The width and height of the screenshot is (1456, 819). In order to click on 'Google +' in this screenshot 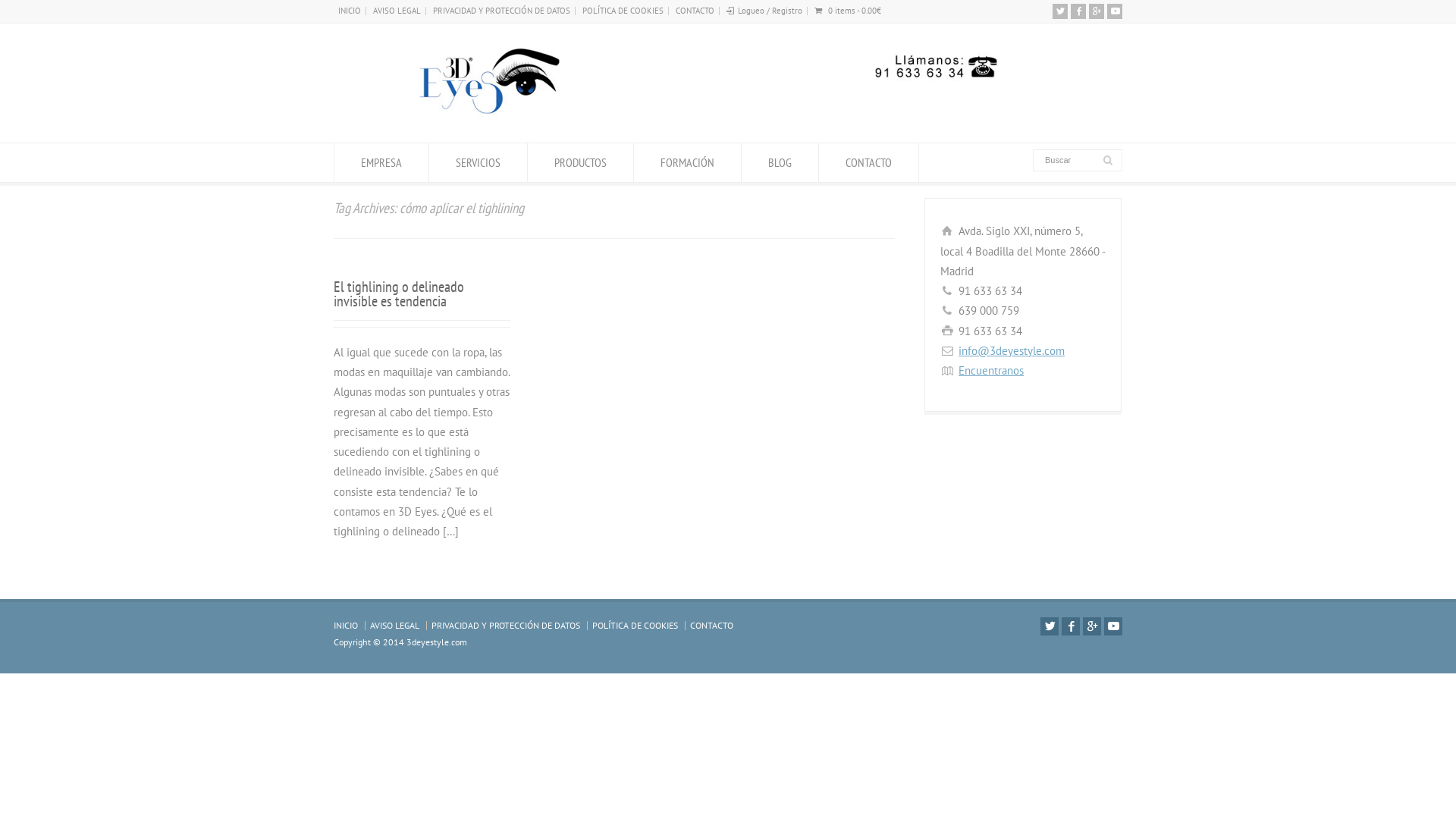, I will do `click(1096, 11)`.